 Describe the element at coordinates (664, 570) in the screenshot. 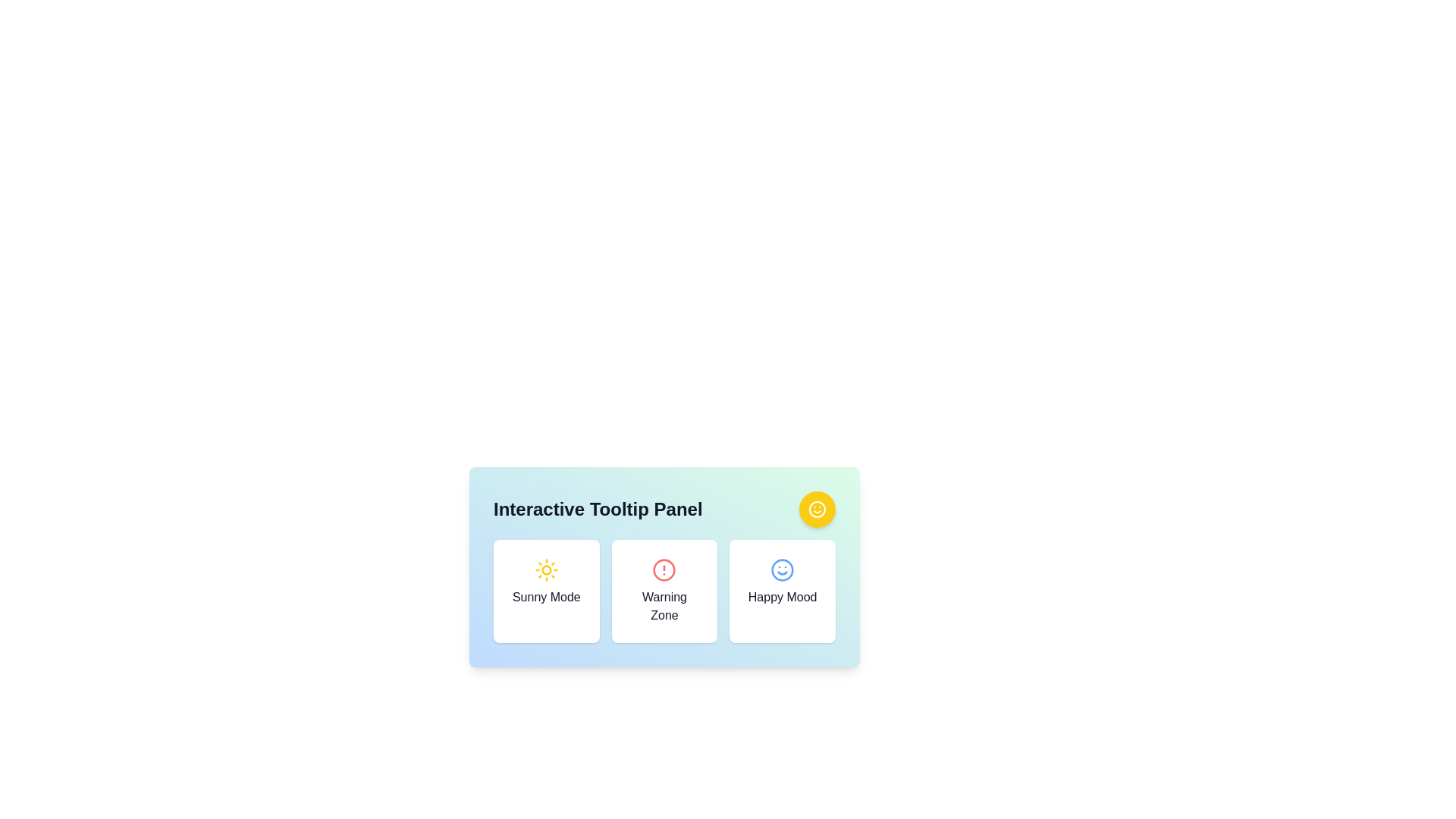

I see `the Circular alert icon located in the center of the 'Warning Zone' card, which visually indicates a warning or alert` at that location.